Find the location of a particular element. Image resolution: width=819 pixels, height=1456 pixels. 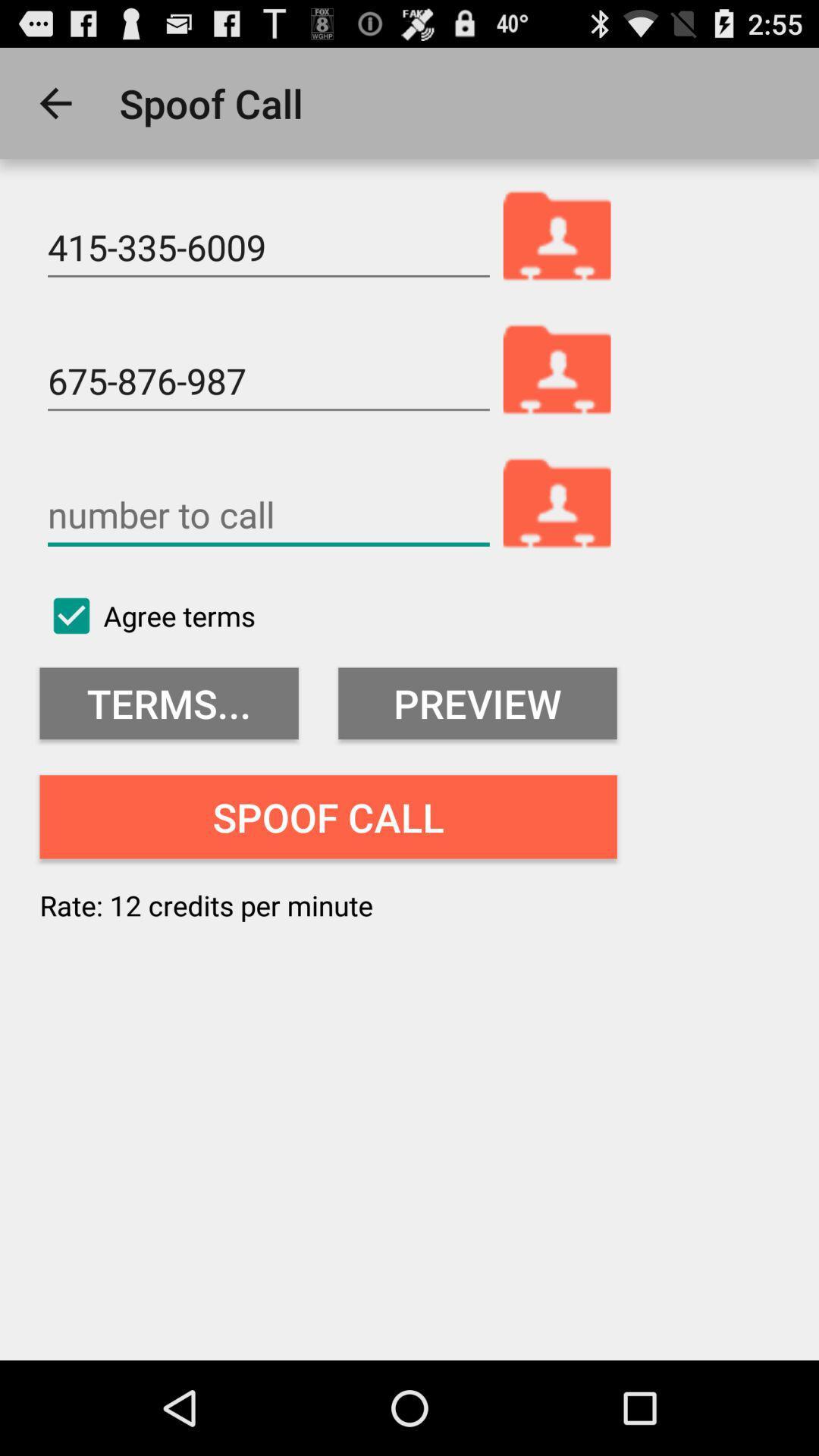

agree terms is located at coordinates (147, 616).